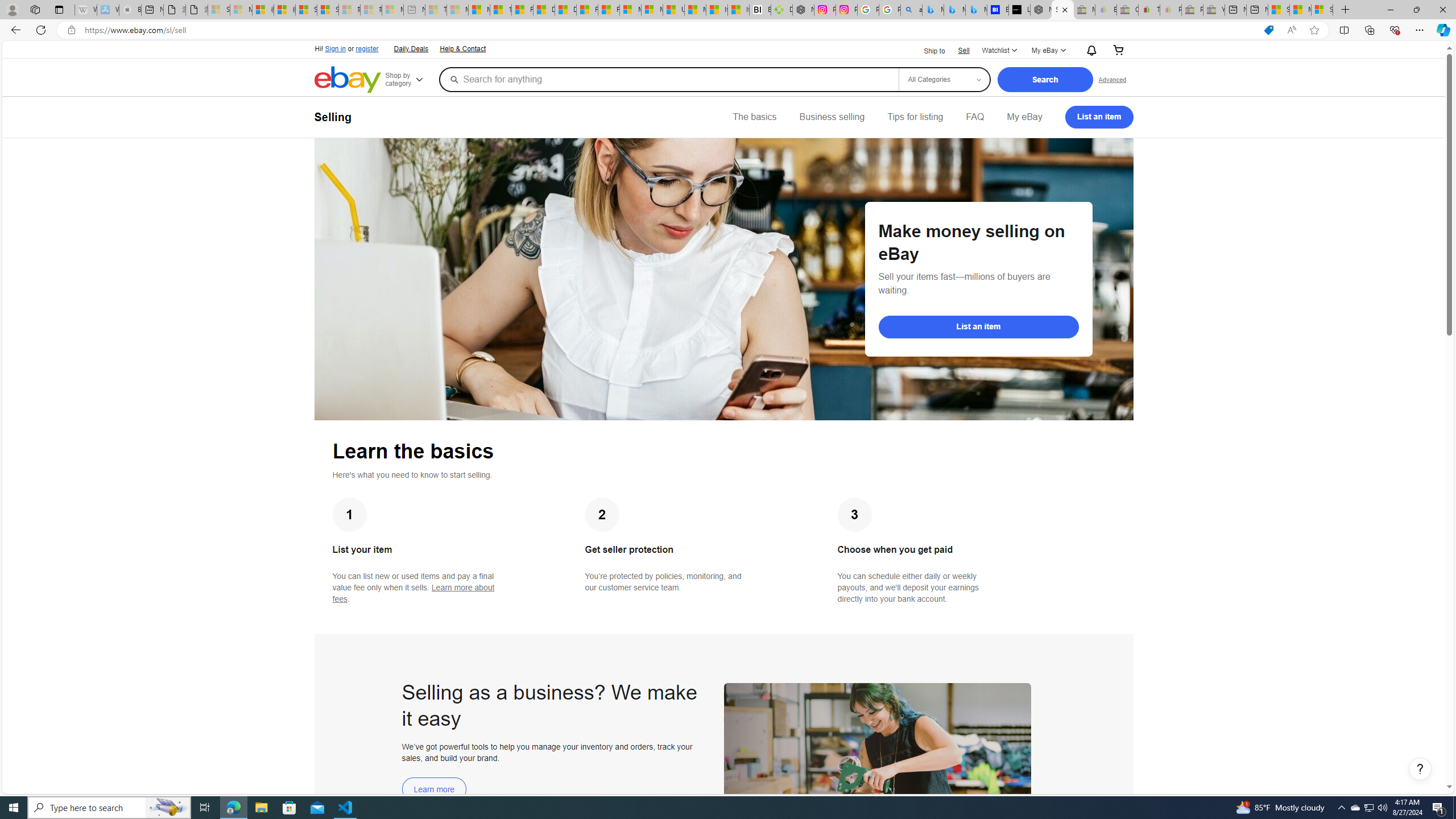 The image size is (1456, 819). What do you see at coordinates (927, 49) in the screenshot?
I see `'Ship to'` at bounding box center [927, 49].